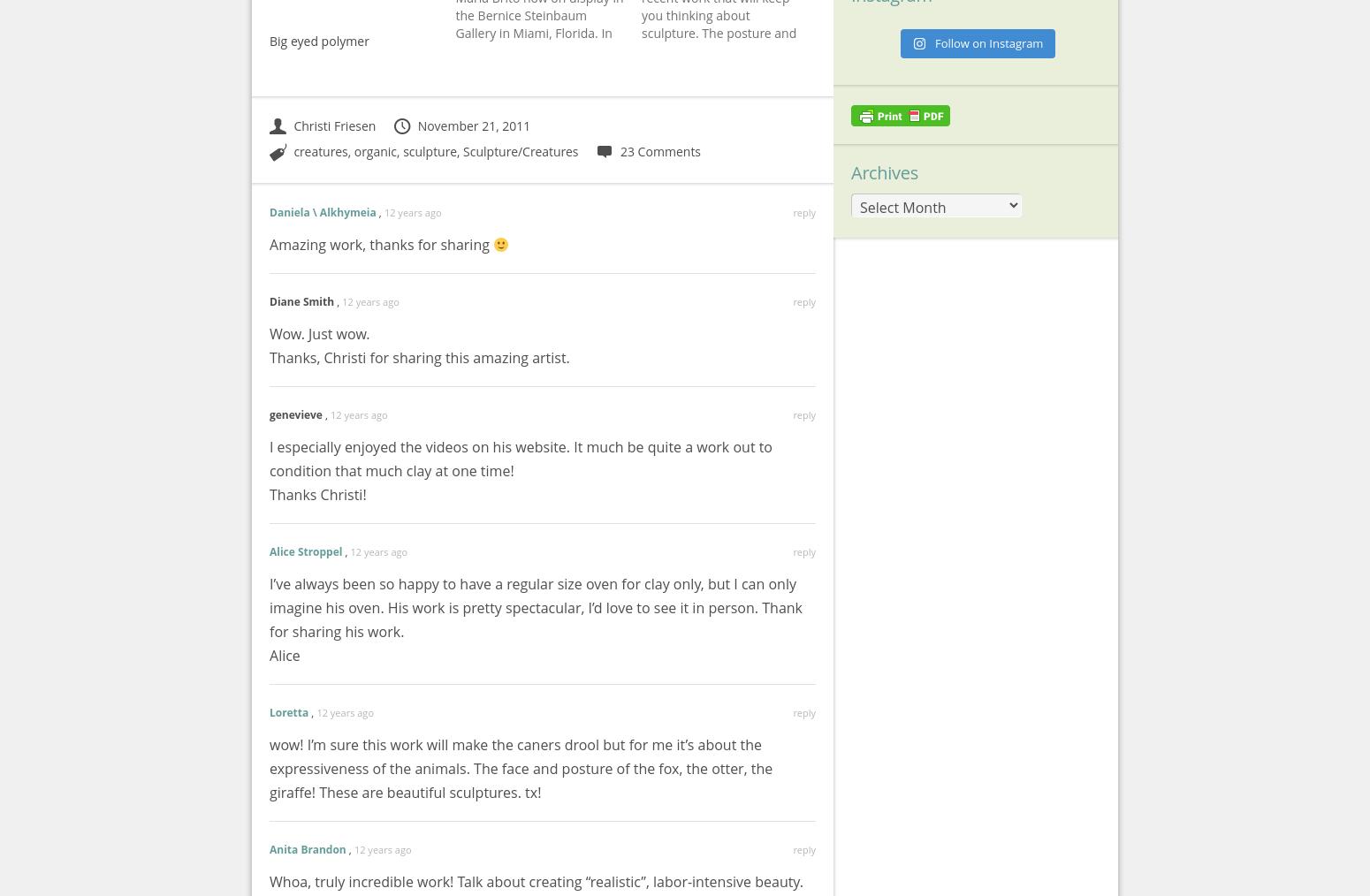  Describe the element at coordinates (987, 41) in the screenshot. I see `'Follow on Instagram'` at that location.